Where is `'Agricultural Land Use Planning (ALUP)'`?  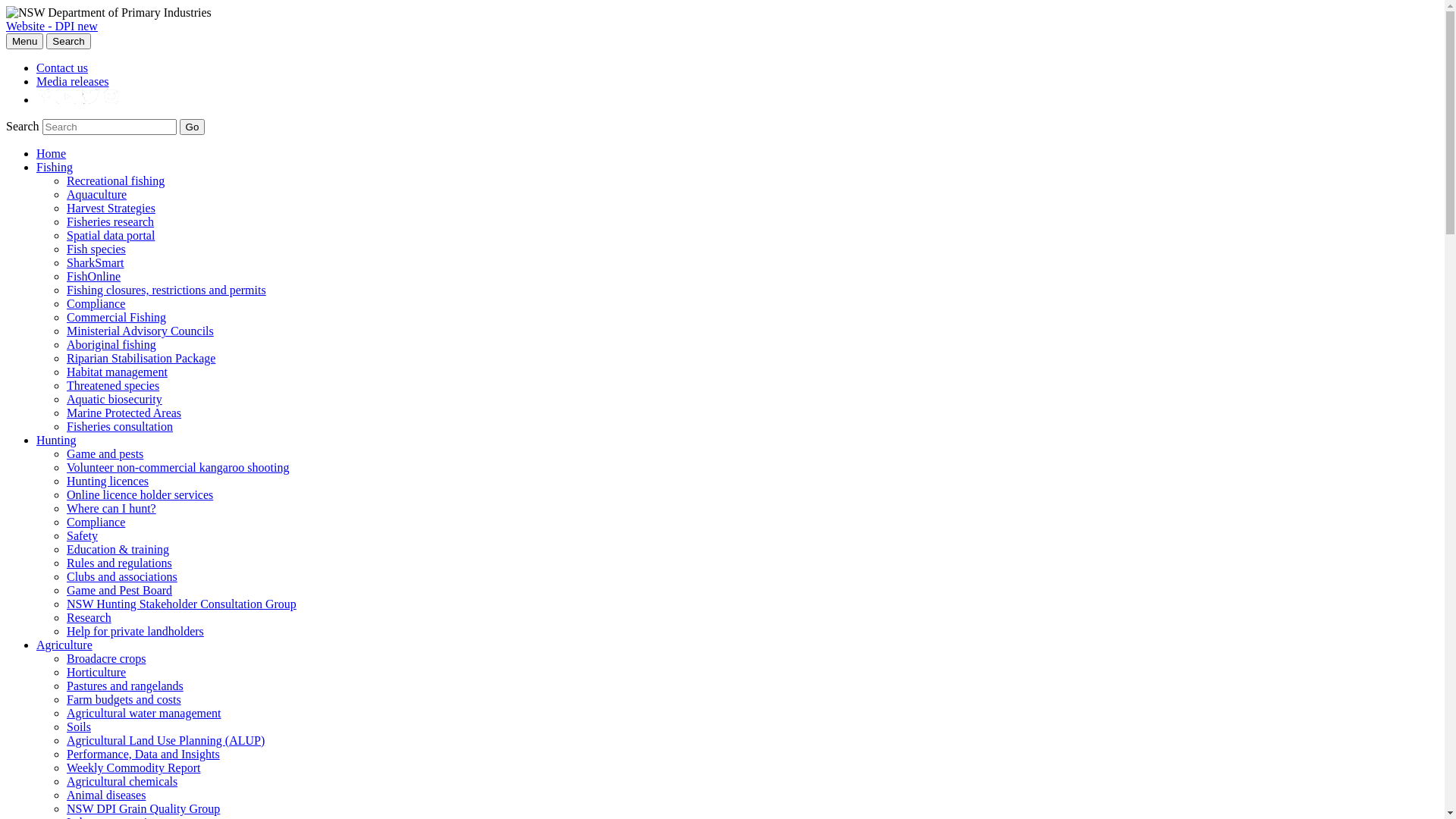
'Agricultural Land Use Planning (ALUP)' is located at coordinates (65, 739).